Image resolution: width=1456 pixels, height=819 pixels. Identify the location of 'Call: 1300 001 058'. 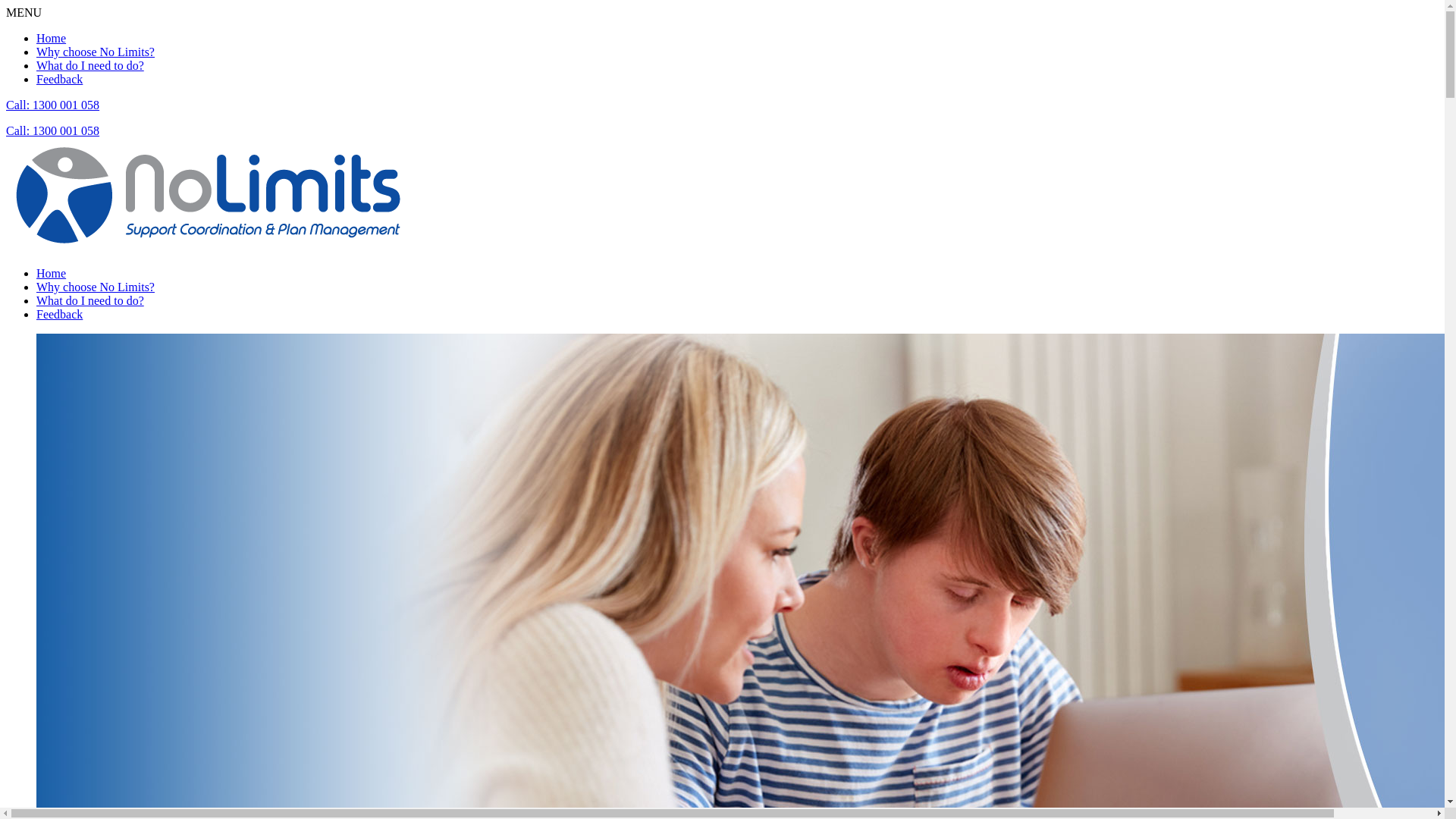
(52, 130).